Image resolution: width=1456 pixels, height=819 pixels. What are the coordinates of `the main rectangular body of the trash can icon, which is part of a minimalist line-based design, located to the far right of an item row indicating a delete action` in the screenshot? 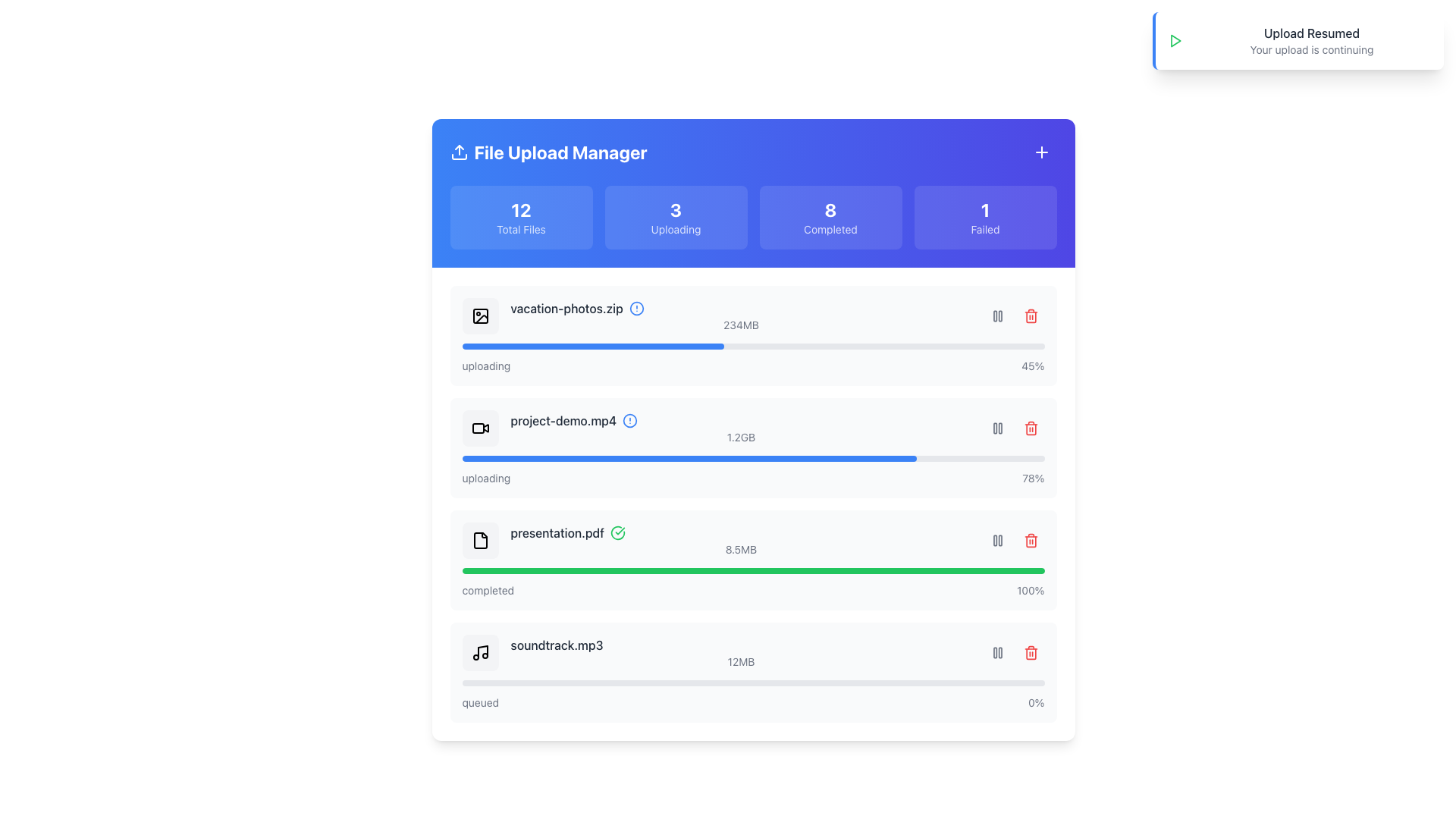 It's located at (1031, 429).